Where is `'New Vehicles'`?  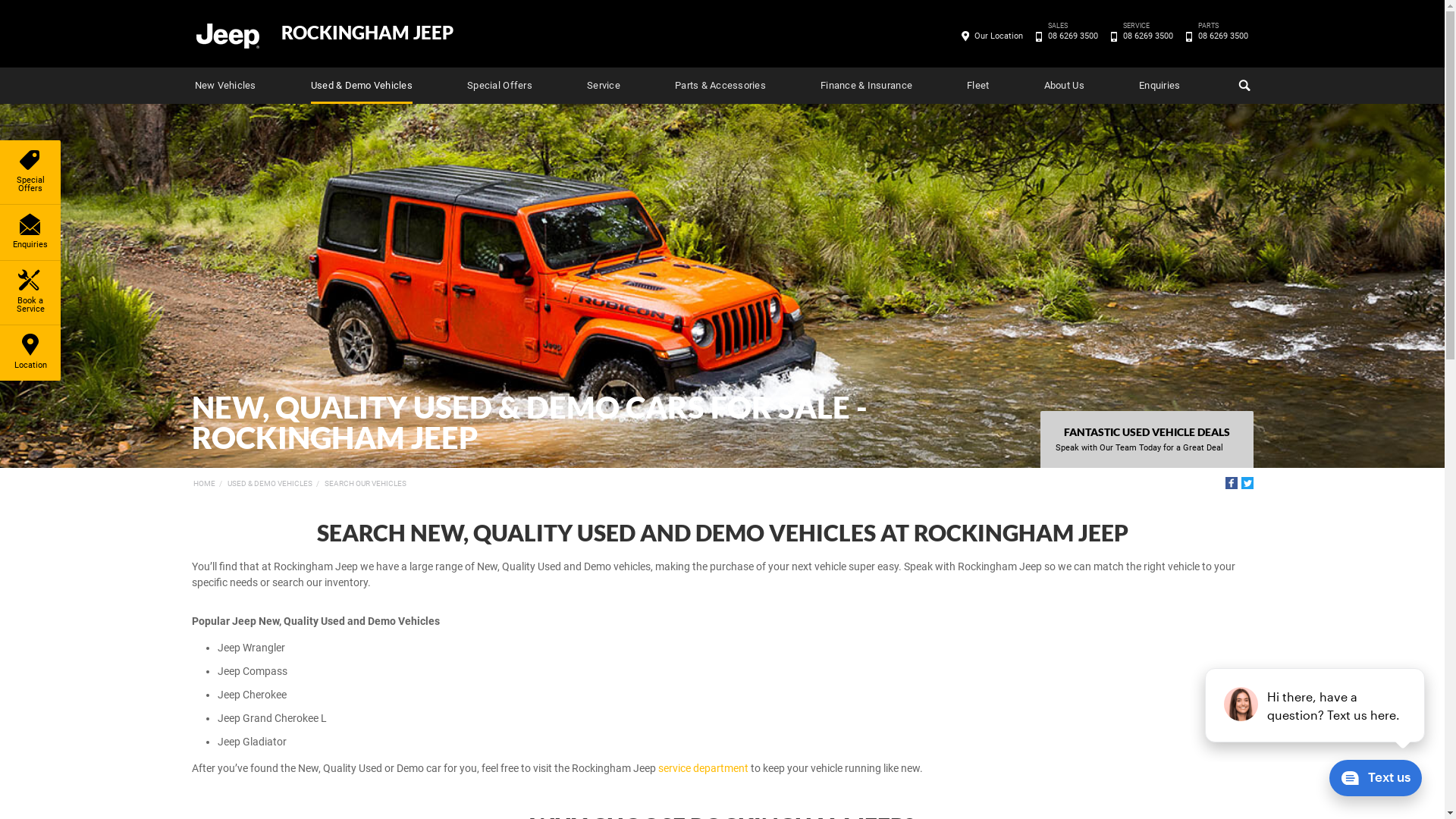 'New Vehicles' is located at coordinates (224, 85).